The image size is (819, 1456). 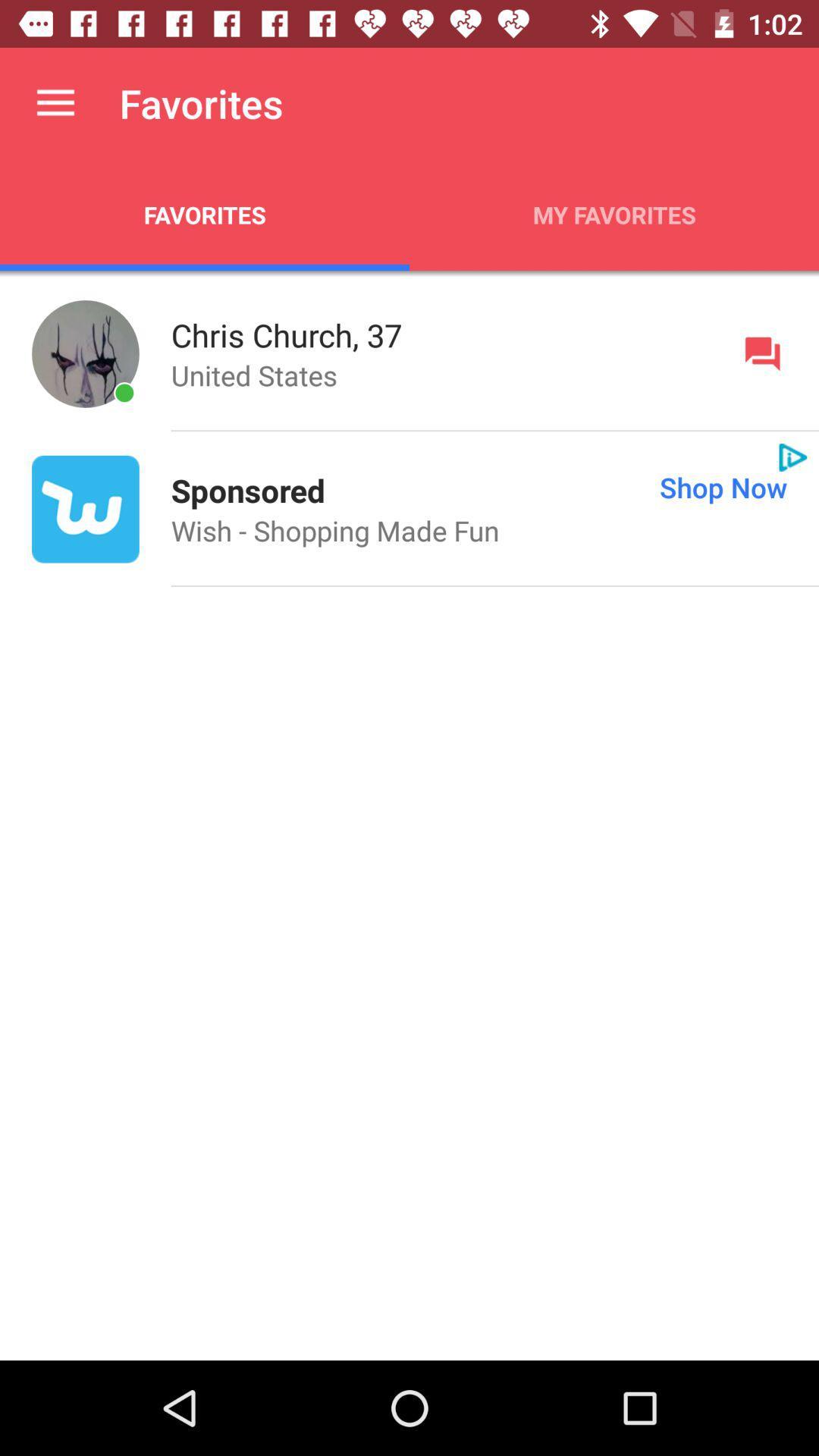 I want to click on app on the right, so click(x=572, y=487).